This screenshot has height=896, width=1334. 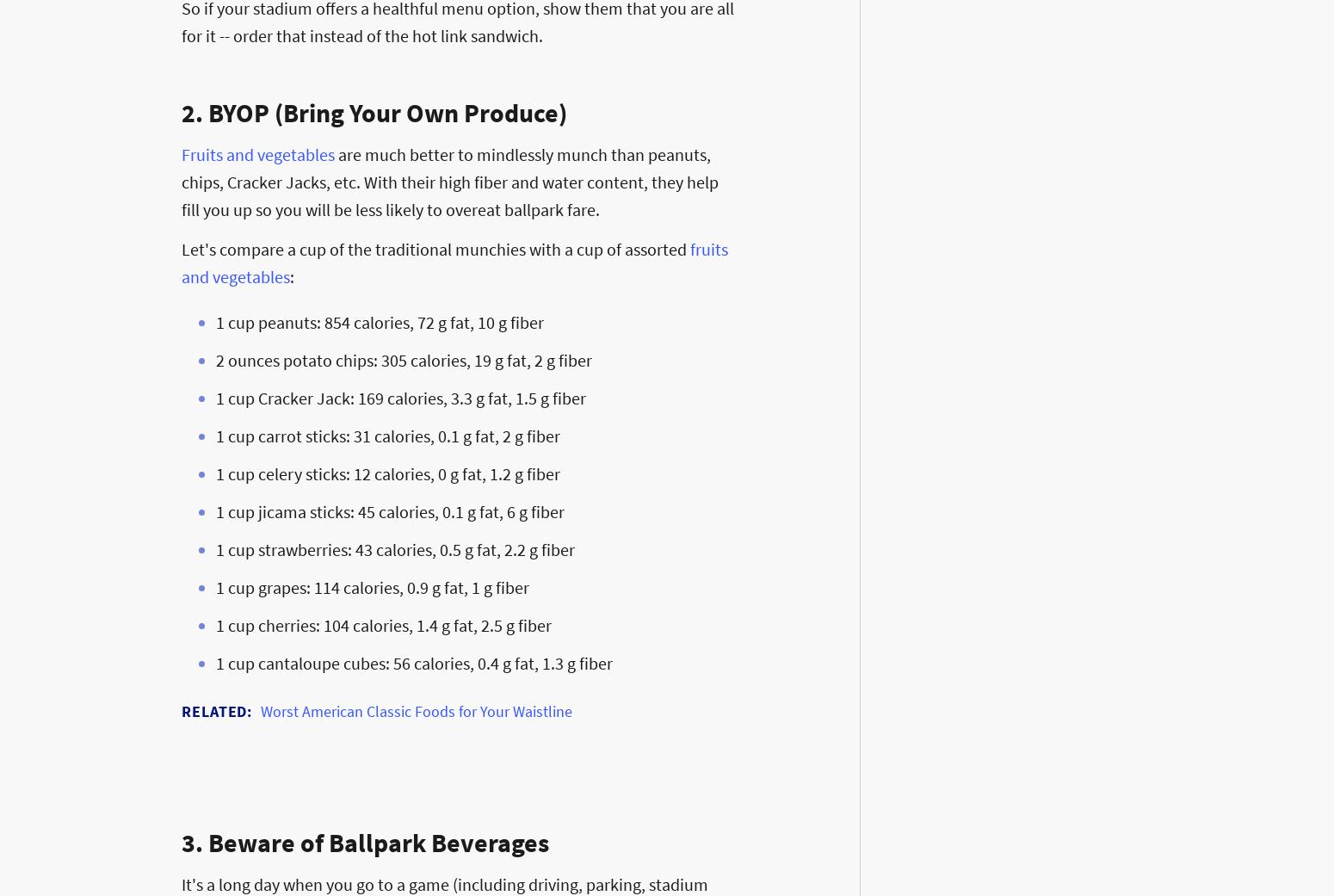 What do you see at coordinates (390, 511) in the screenshot?
I see `'1 cup jicama sticks: 45 calories, 0.1 g fat, 6 g fiber'` at bounding box center [390, 511].